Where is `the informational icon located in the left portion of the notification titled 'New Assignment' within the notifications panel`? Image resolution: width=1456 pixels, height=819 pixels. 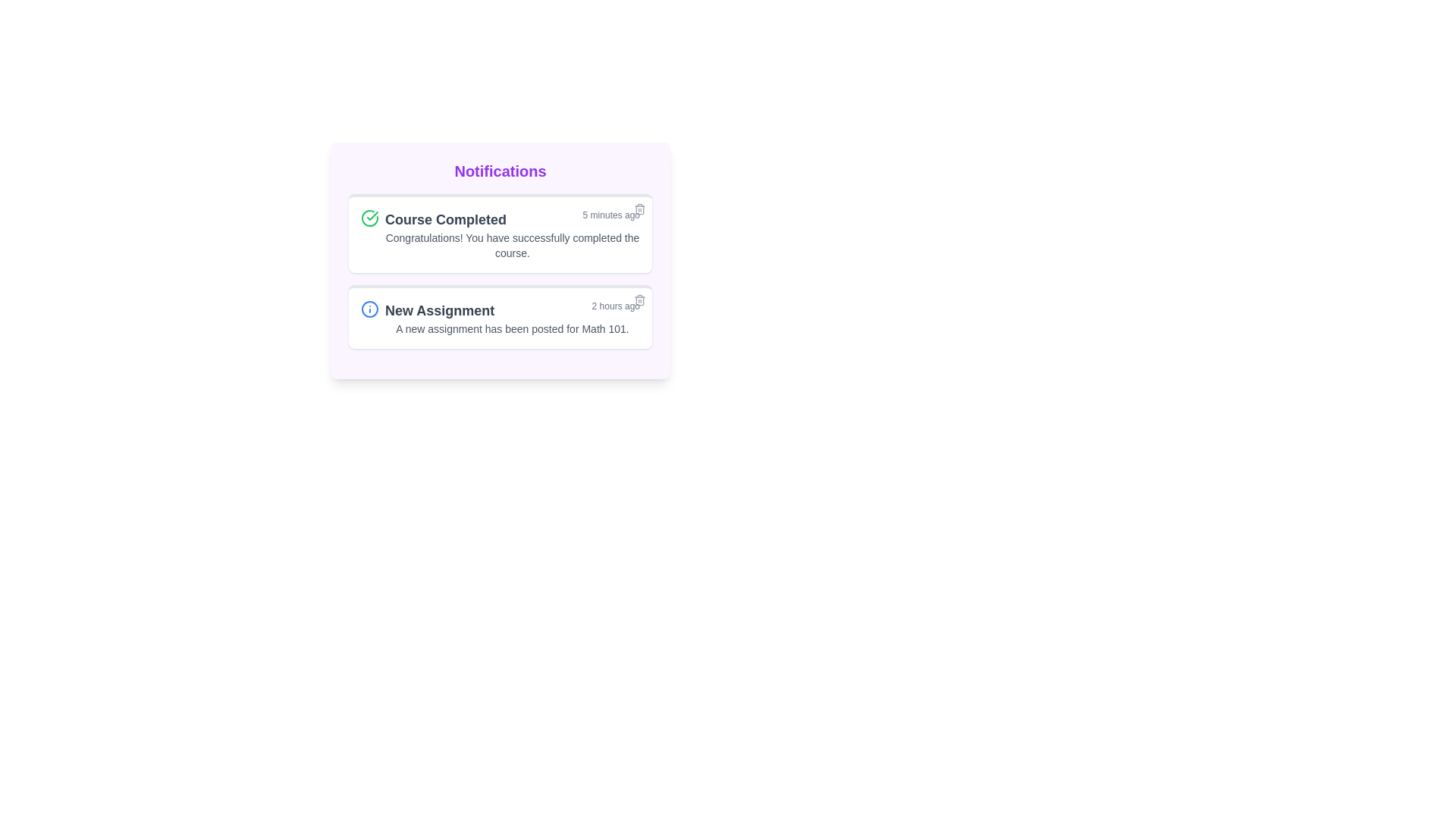 the informational icon located in the left portion of the notification titled 'New Assignment' within the notifications panel is located at coordinates (370, 309).